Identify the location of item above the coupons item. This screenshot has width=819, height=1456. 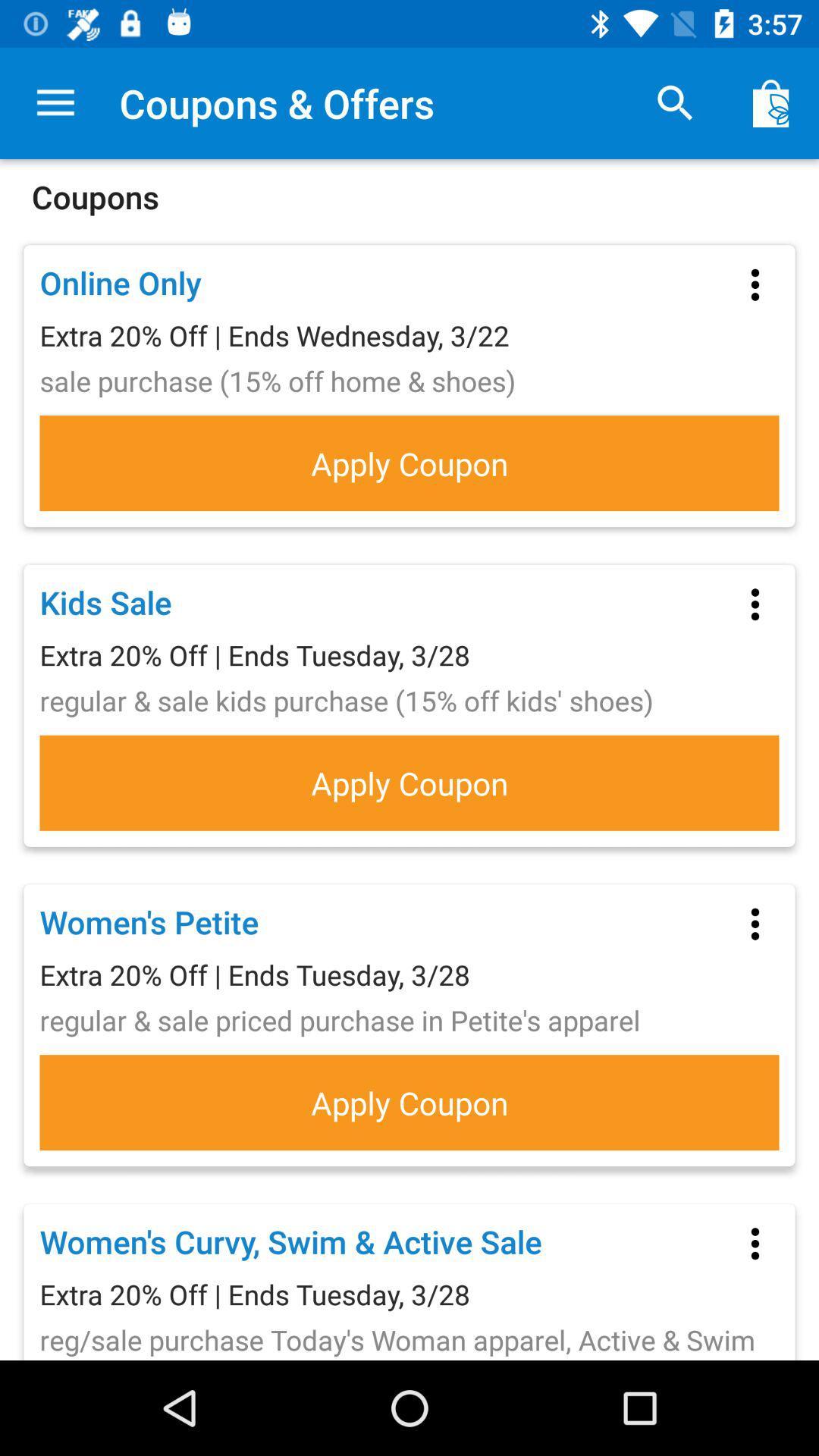
(675, 102).